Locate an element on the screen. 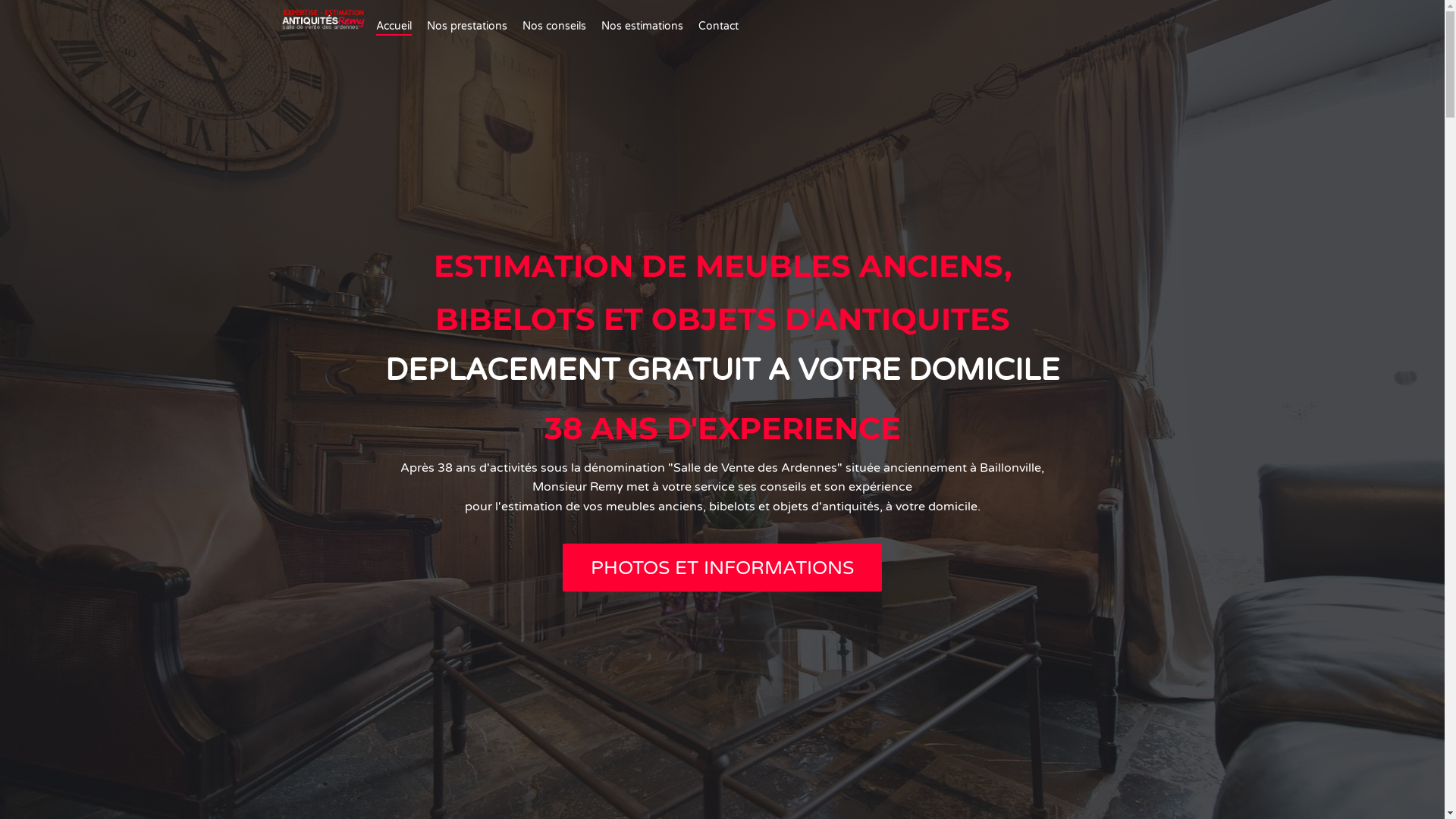 The image size is (1456, 819). 'Contact' is located at coordinates (717, 27).